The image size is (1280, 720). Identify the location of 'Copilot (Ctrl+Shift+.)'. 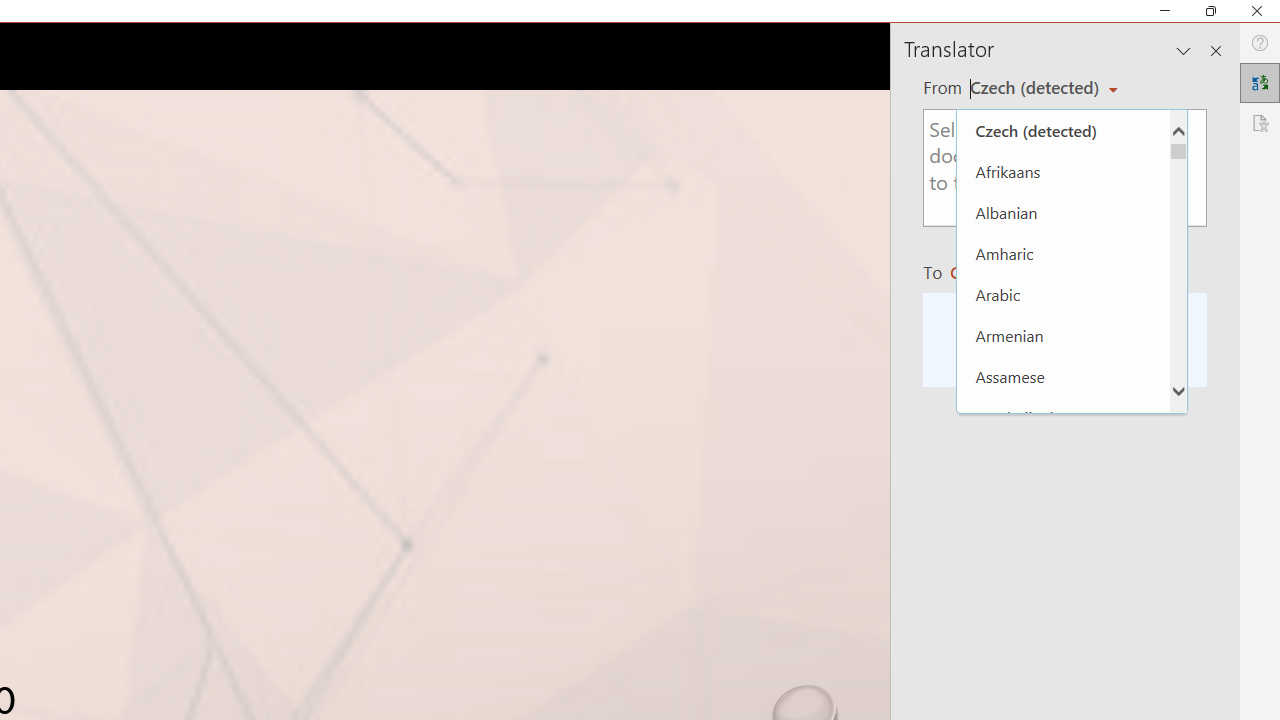
(1240, 81).